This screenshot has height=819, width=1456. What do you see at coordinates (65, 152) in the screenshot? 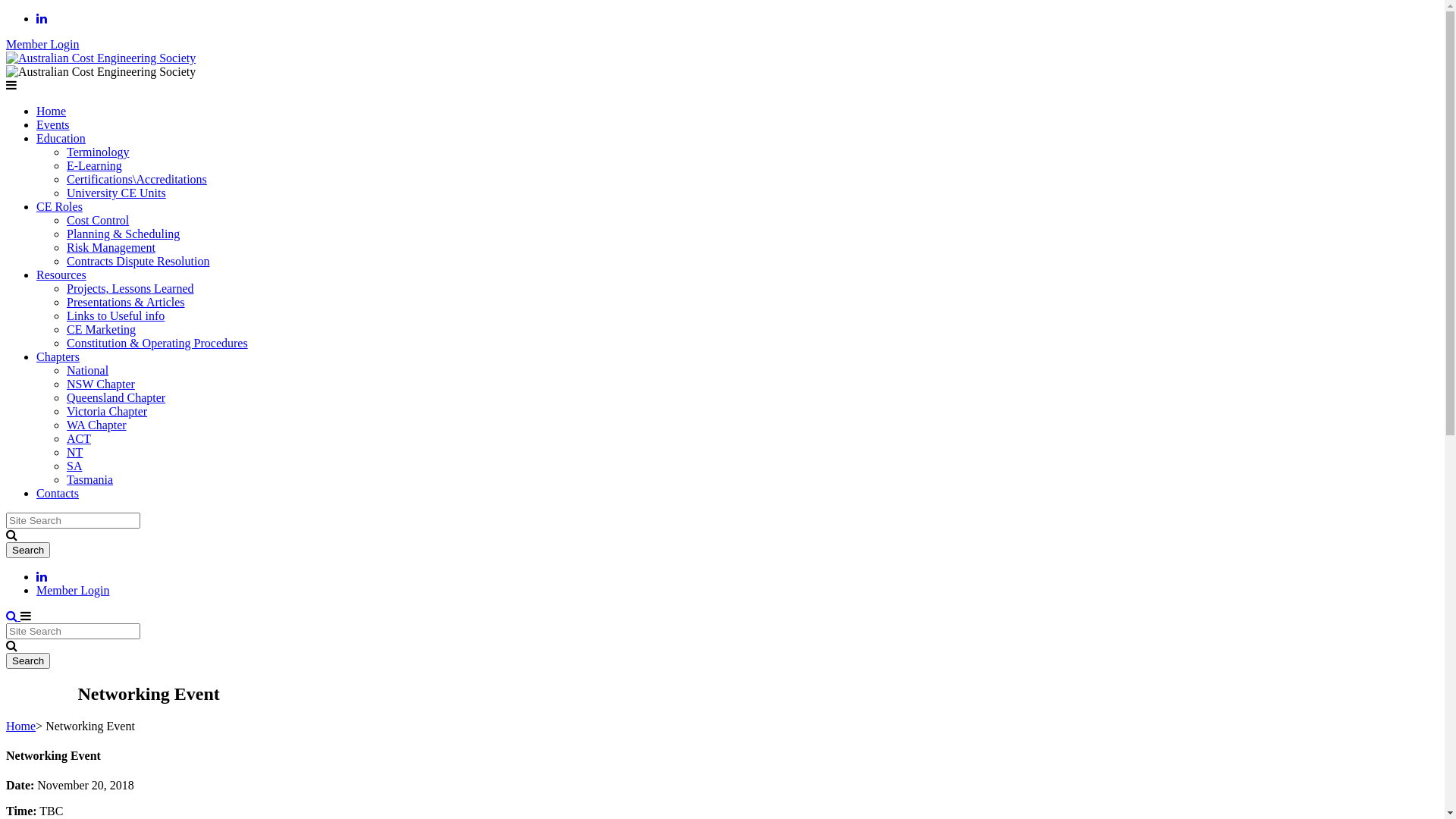
I see `'Terminology'` at bounding box center [65, 152].